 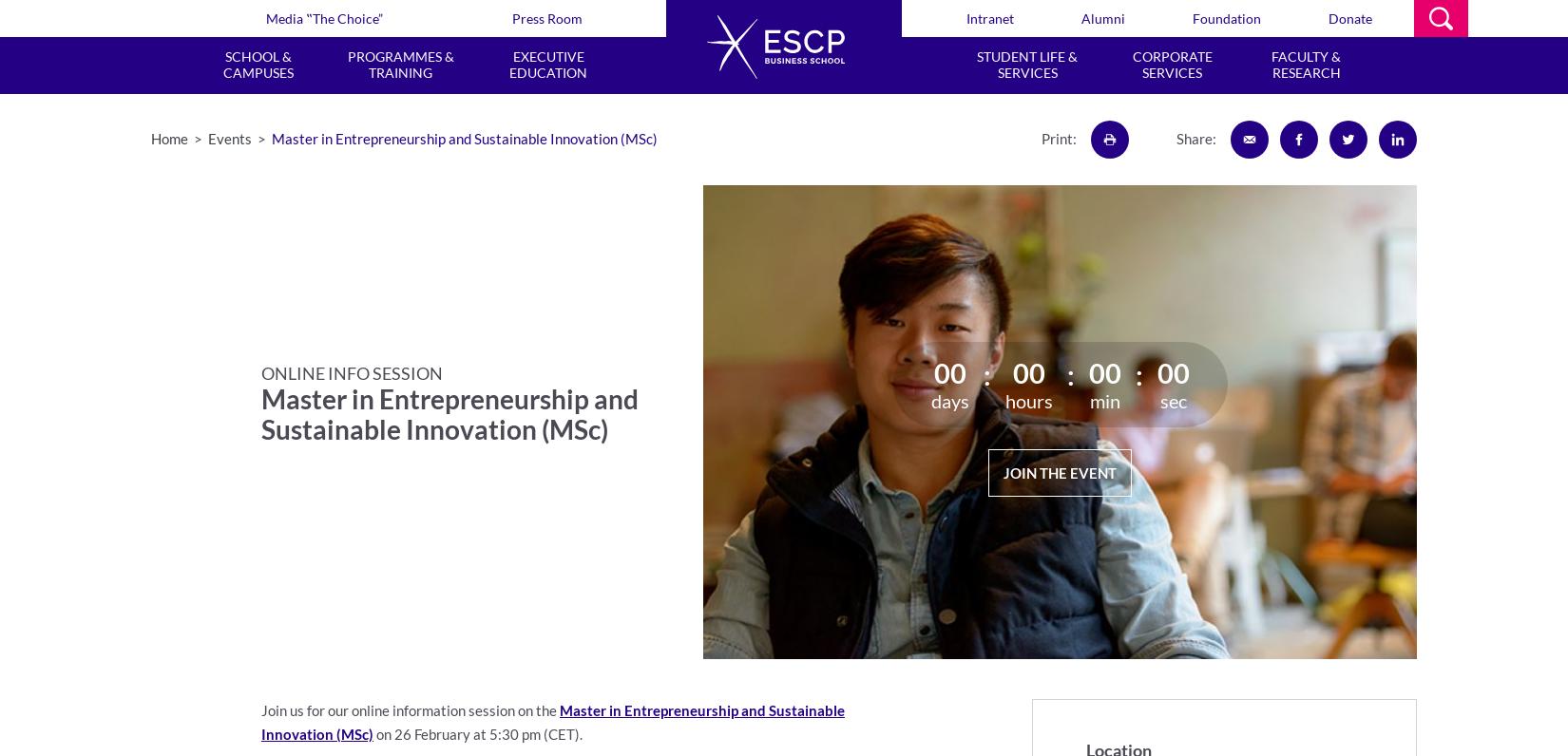 I want to click on 'Share:', so click(x=1195, y=137).